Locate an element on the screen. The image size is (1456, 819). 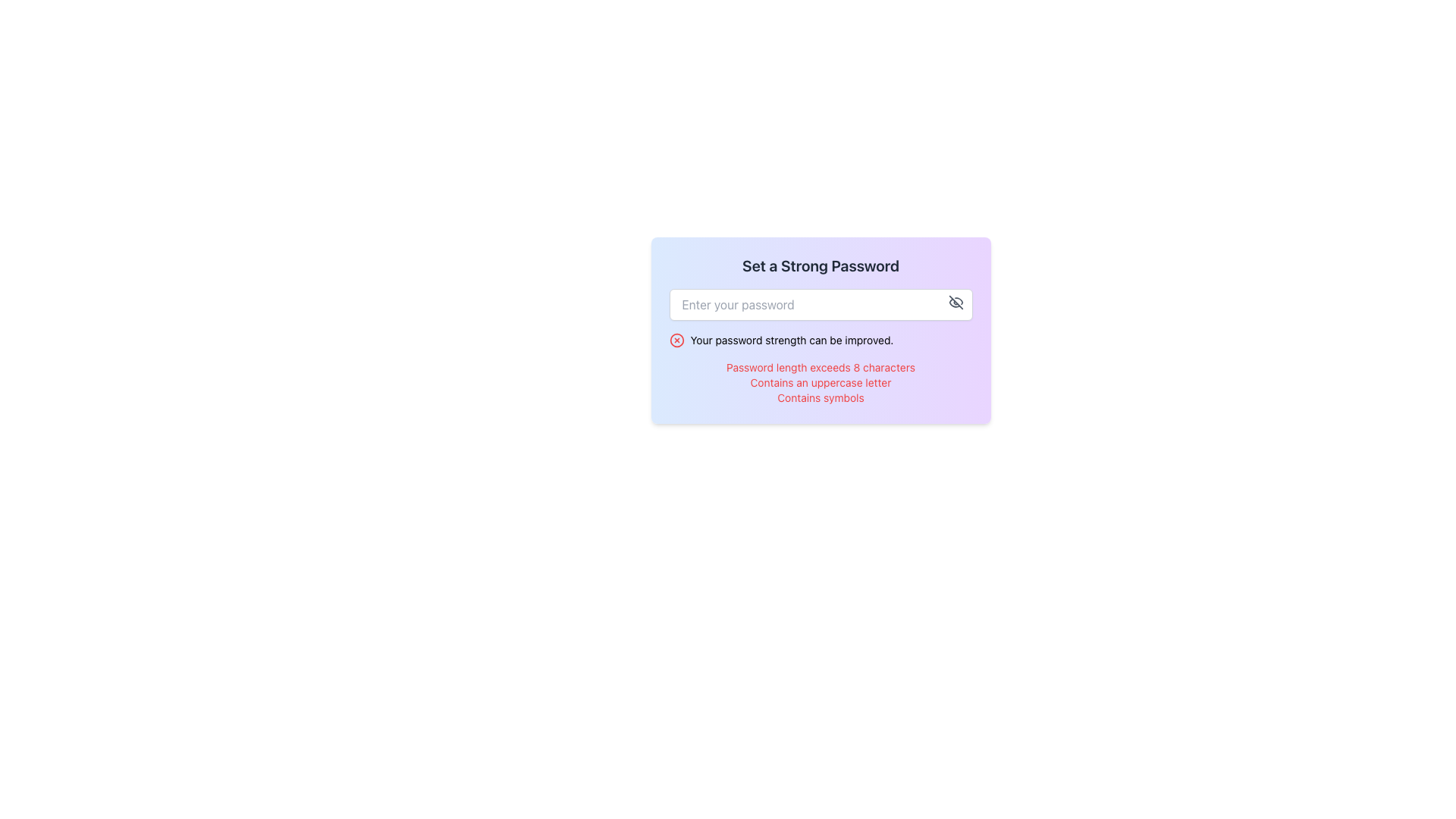
the text element displaying 'Contains symbols', which is styled in red and appears below 'Contains an uppercase letter' in the alert message area is located at coordinates (820, 397).